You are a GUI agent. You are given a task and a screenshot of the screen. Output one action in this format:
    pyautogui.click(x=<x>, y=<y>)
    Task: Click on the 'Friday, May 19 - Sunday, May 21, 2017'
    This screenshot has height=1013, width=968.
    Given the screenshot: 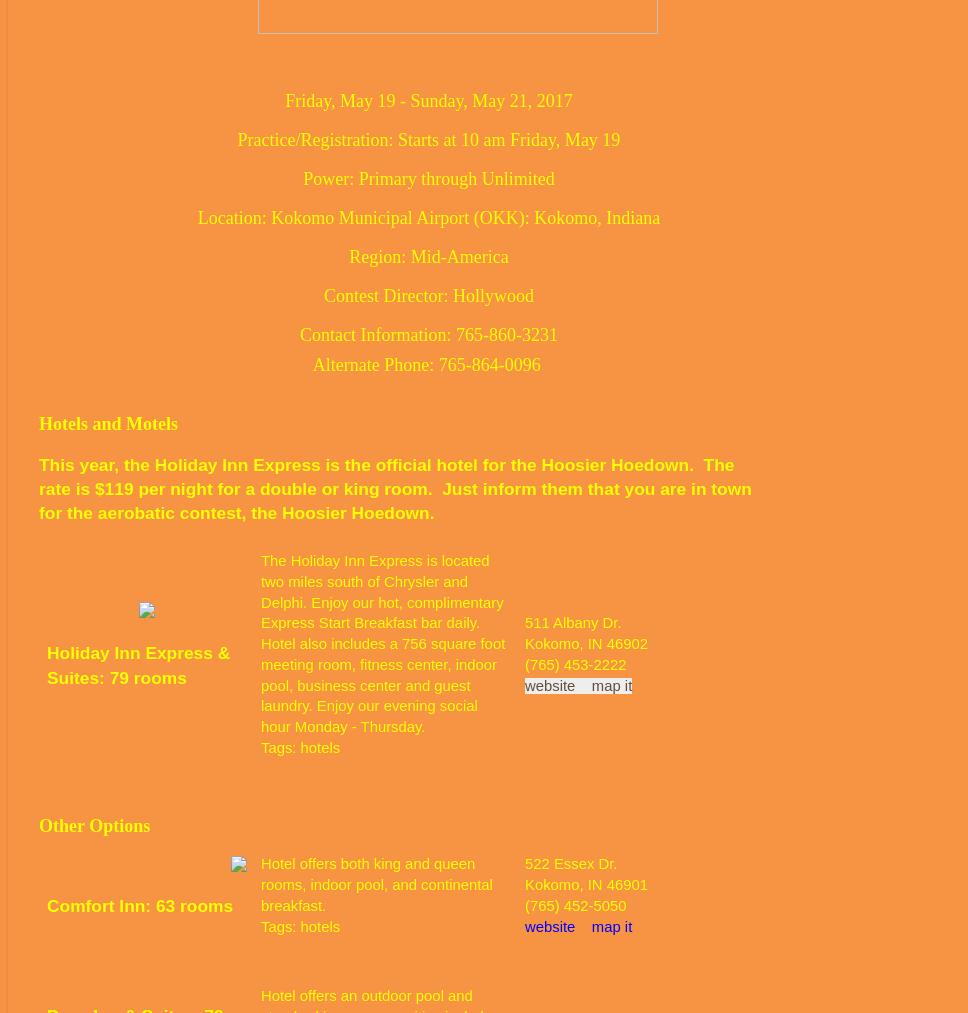 What is the action you would take?
    pyautogui.click(x=428, y=98)
    